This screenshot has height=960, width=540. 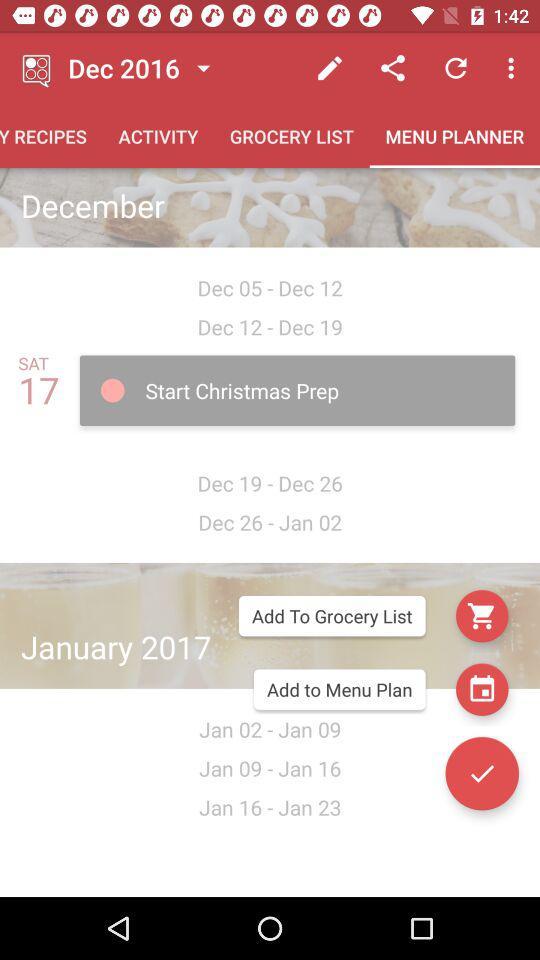 I want to click on the check icon, so click(x=481, y=772).